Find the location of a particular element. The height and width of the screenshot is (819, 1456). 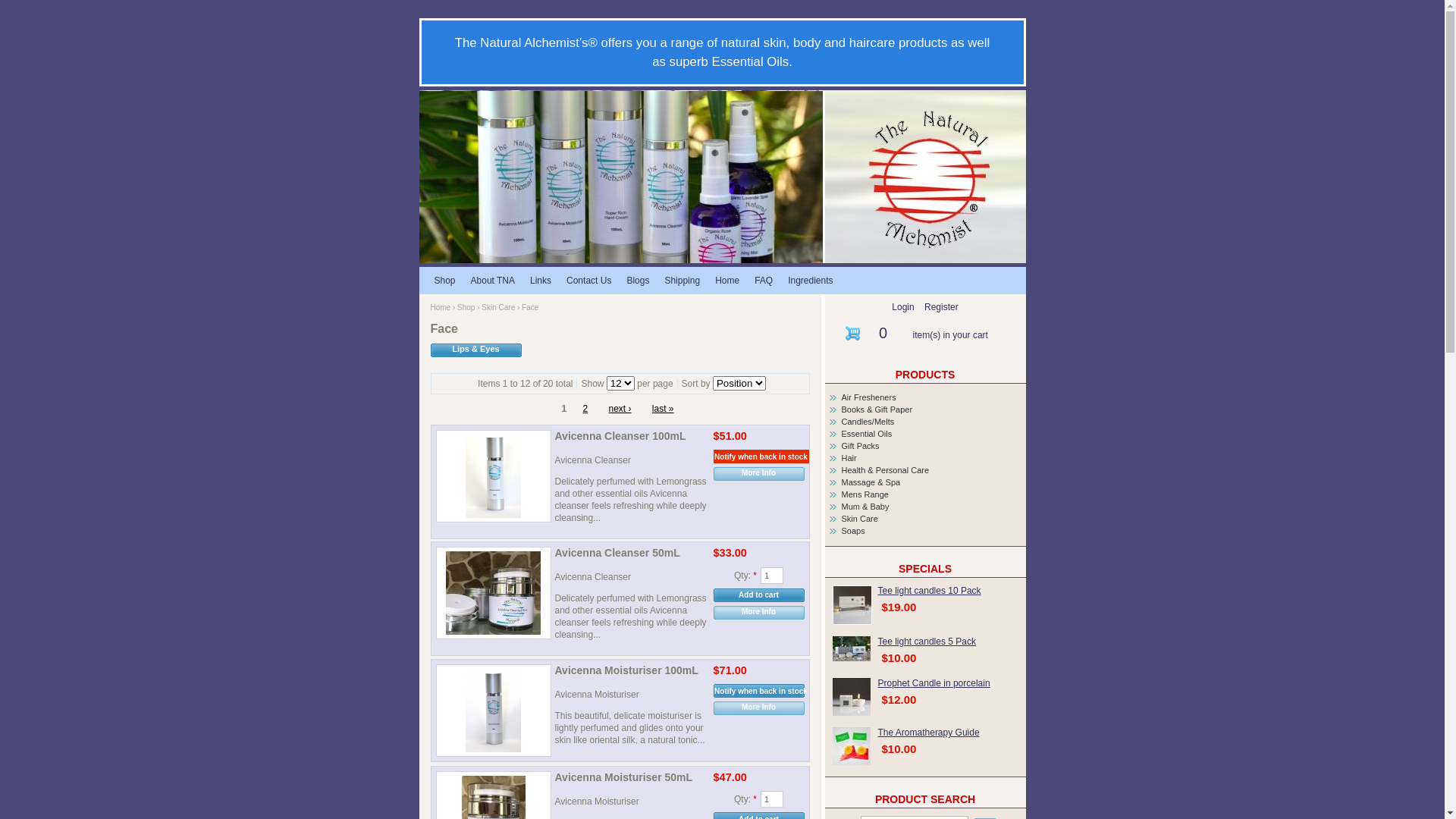

'Gift Packs' is located at coordinates (860, 444).